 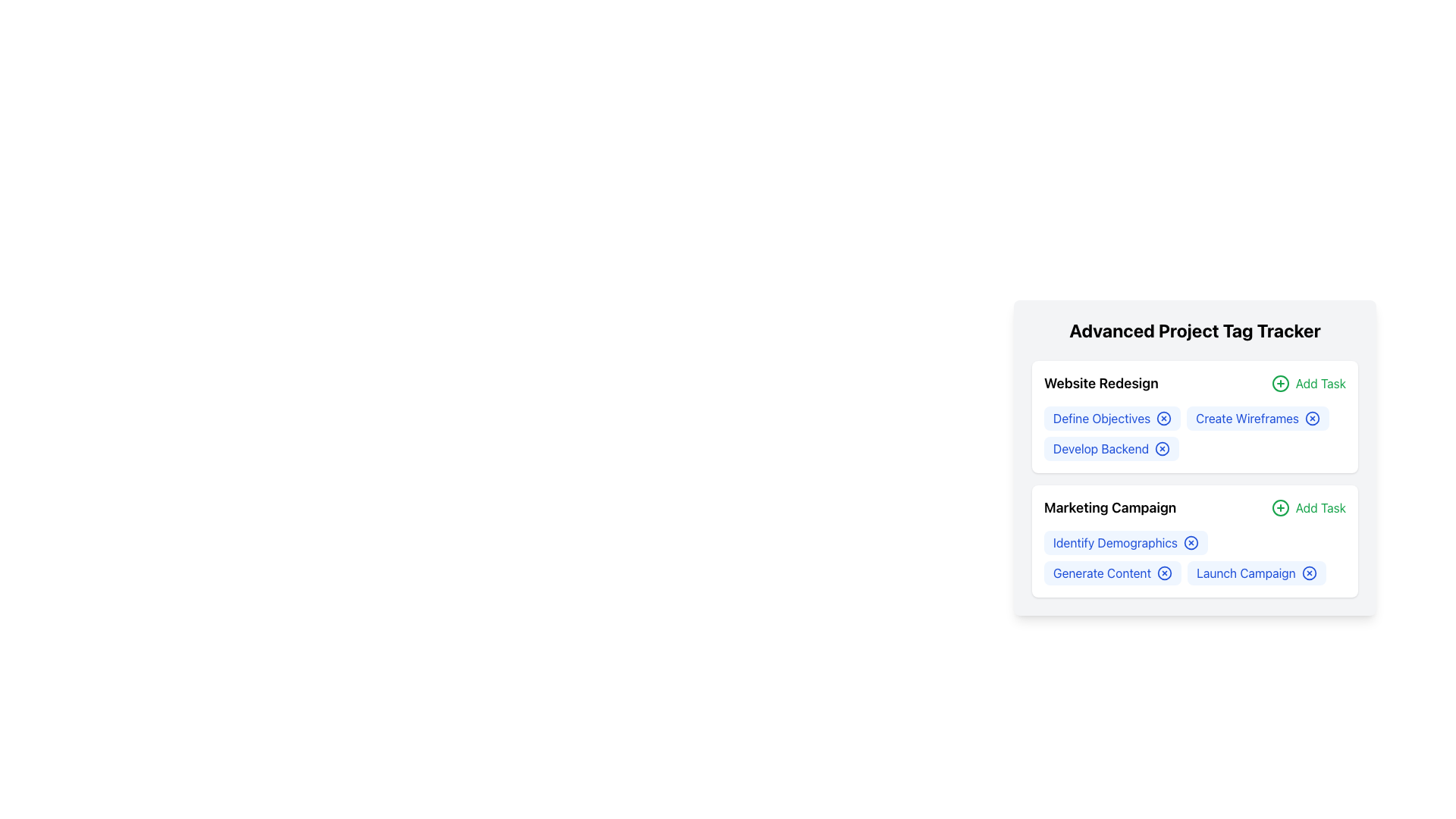 What do you see at coordinates (1307, 382) in the screenshot?
I see `the button used to add a new task to the 'Website Redesign' project, located to the right of the title within the task categorization layout` at bounding box center [1307, 382].